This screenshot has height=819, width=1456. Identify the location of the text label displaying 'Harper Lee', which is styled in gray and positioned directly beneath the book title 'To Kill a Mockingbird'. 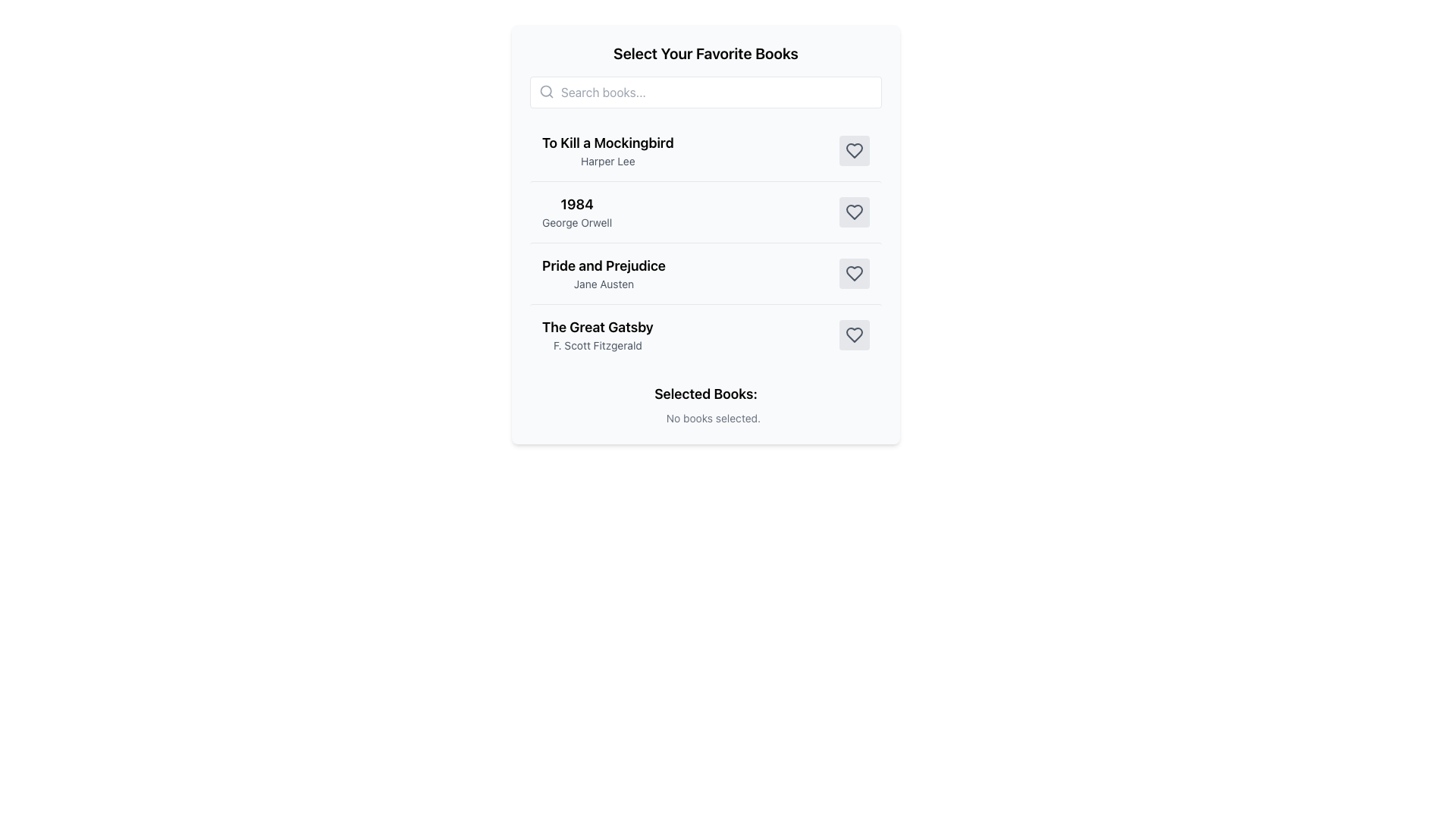
(607, 161).